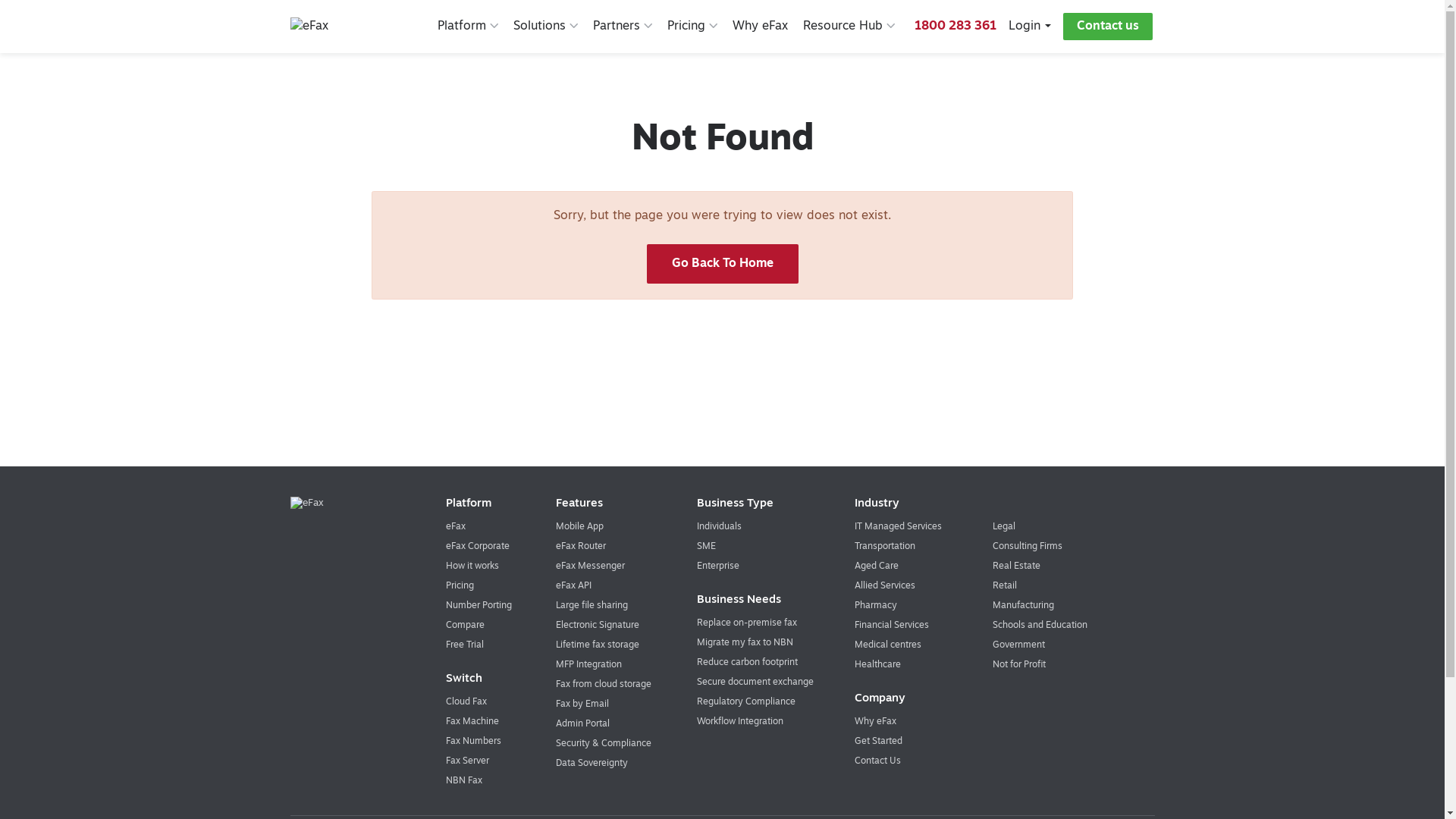 The height and width of the screenshot is (819, 1456). I want to click on 'Solutions', so click(513, 26).